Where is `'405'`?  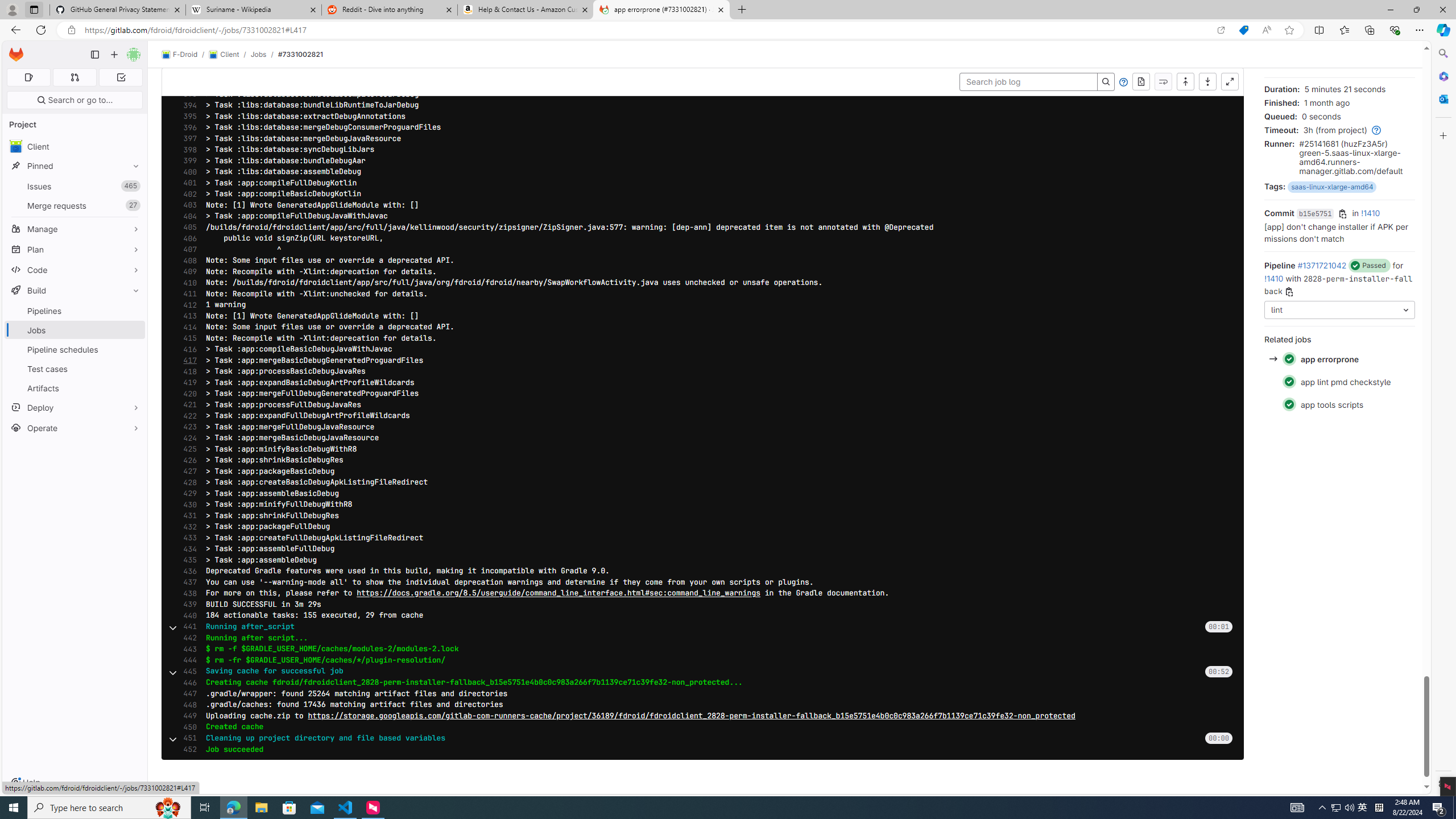
'405' is located at coordinates (186, 227).